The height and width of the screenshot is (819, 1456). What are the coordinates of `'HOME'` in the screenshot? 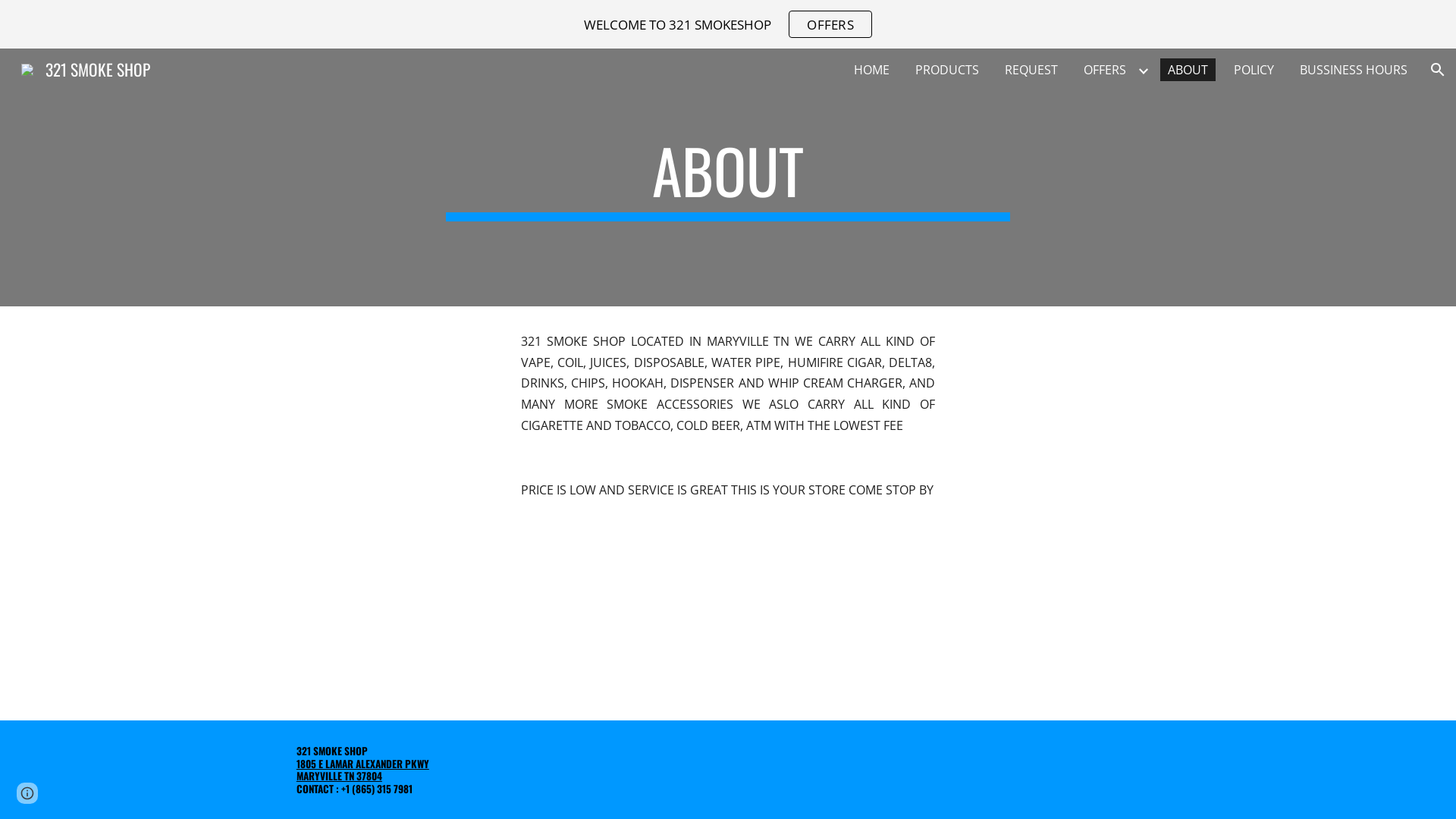 It's located at (871, 70).